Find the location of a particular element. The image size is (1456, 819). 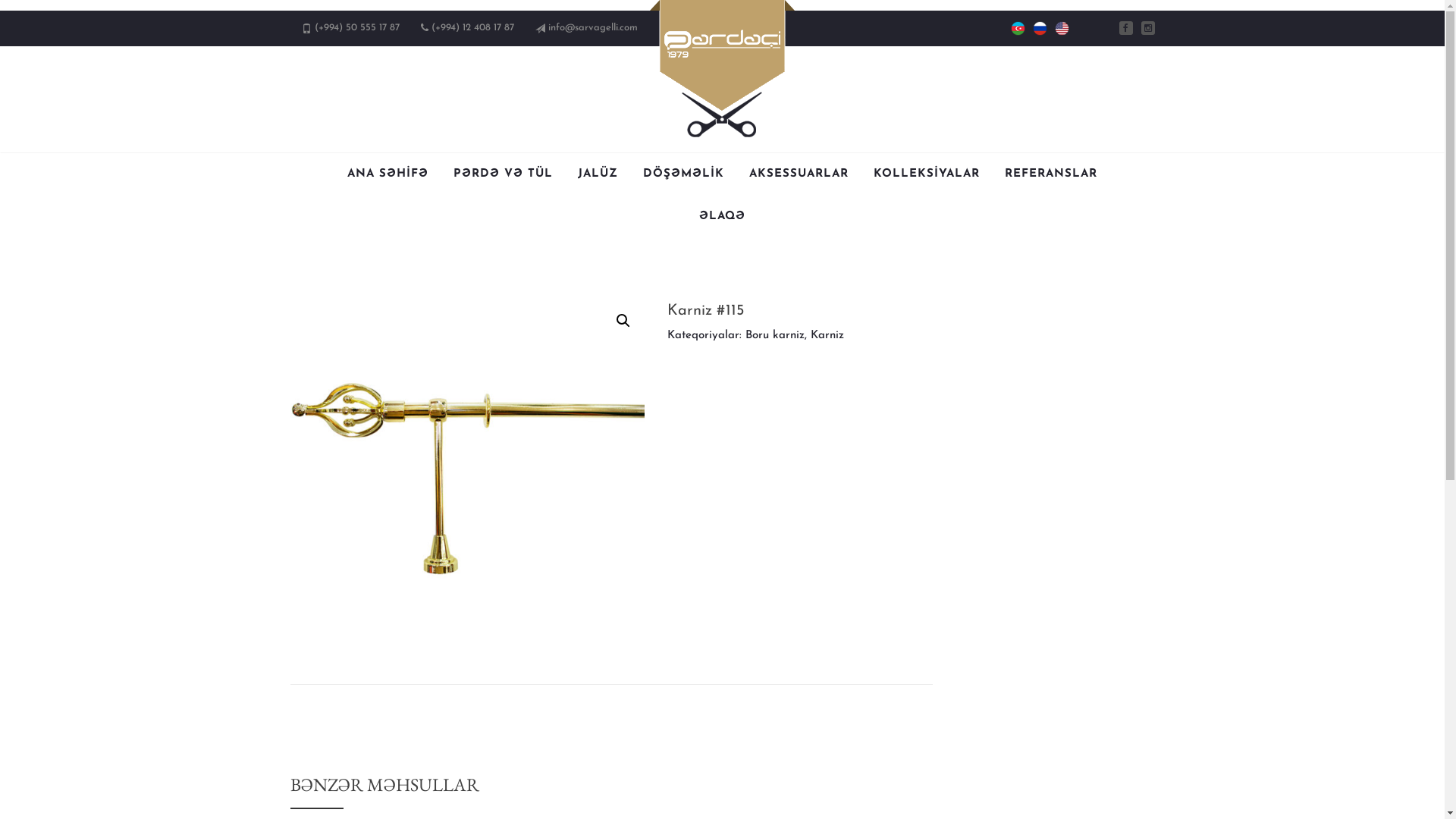

'REFERANSLAR' is located at coordinates (1004, 174).